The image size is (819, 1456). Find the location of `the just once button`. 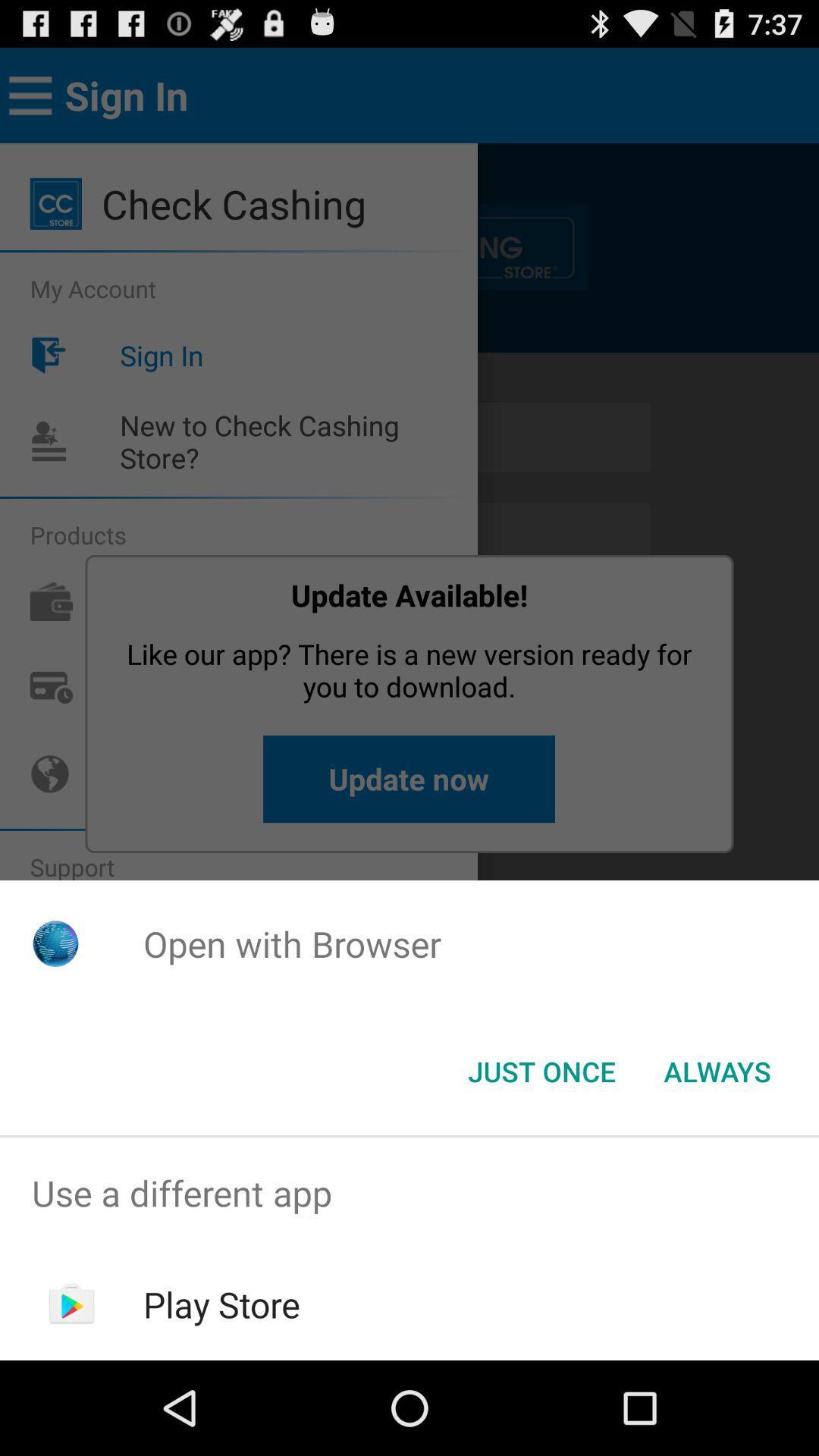

the just once button is located at coordinates (541, 1070).